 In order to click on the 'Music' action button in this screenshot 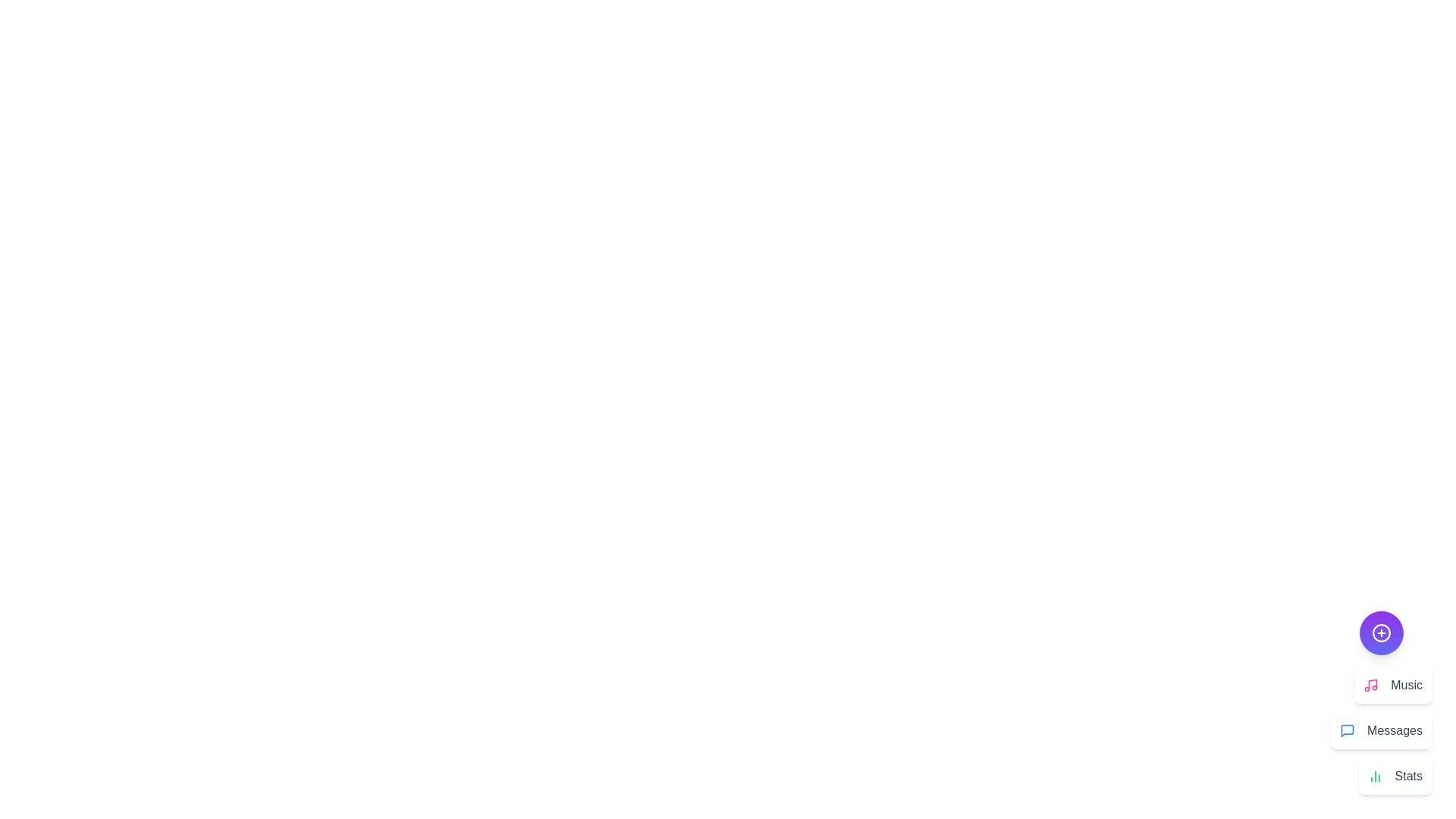, I will do `click(1393, 685)`.